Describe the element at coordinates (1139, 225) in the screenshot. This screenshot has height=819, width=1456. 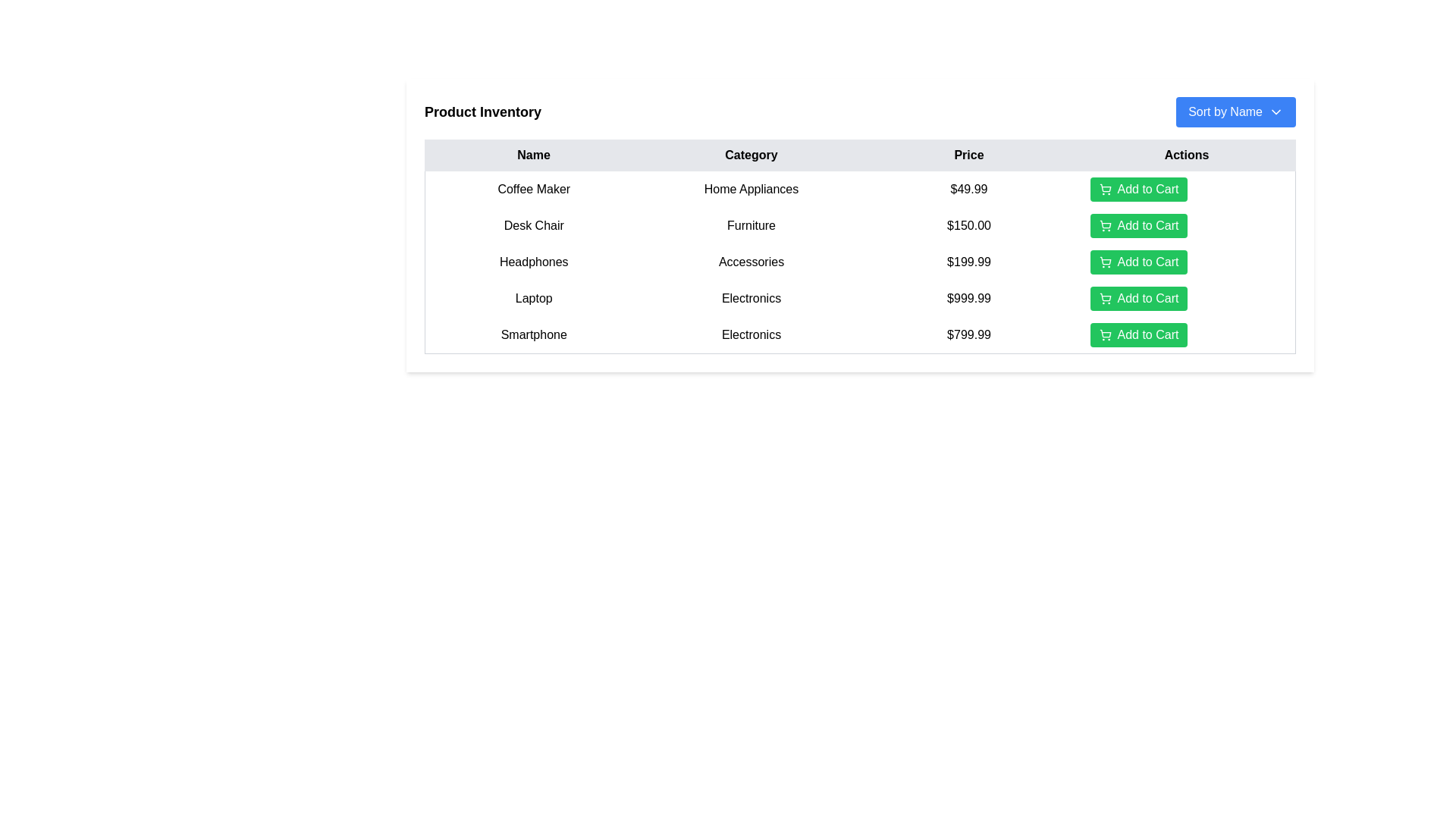
I see `the green 'Add to Cart' button with a shopping cart icon, which is the second button under the 'Actions' column for the item priced at $150.00` at that location.